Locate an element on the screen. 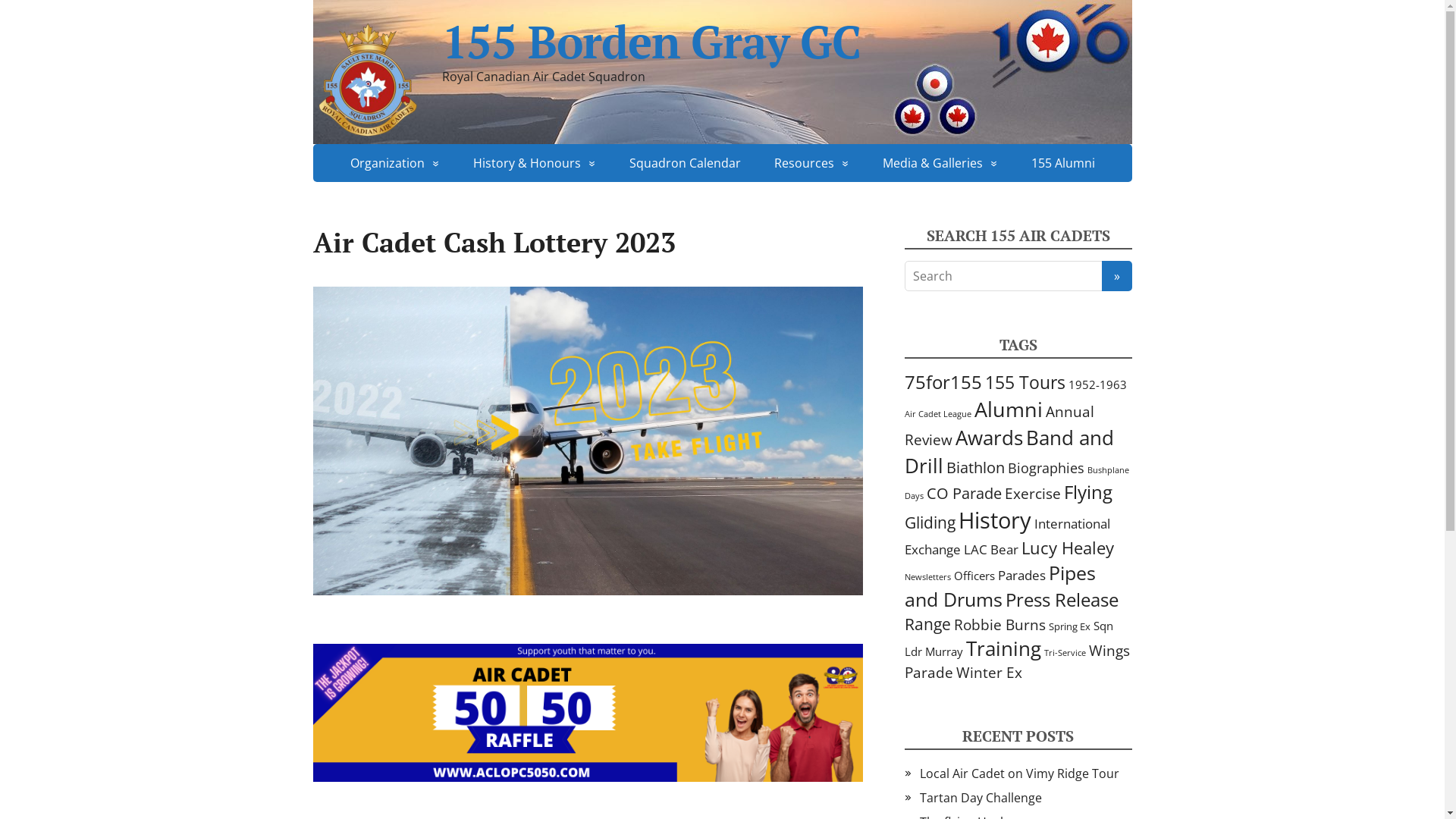 The image size is (1456, 819). 'Spring Ex' is located at coordinates (1068, 626).